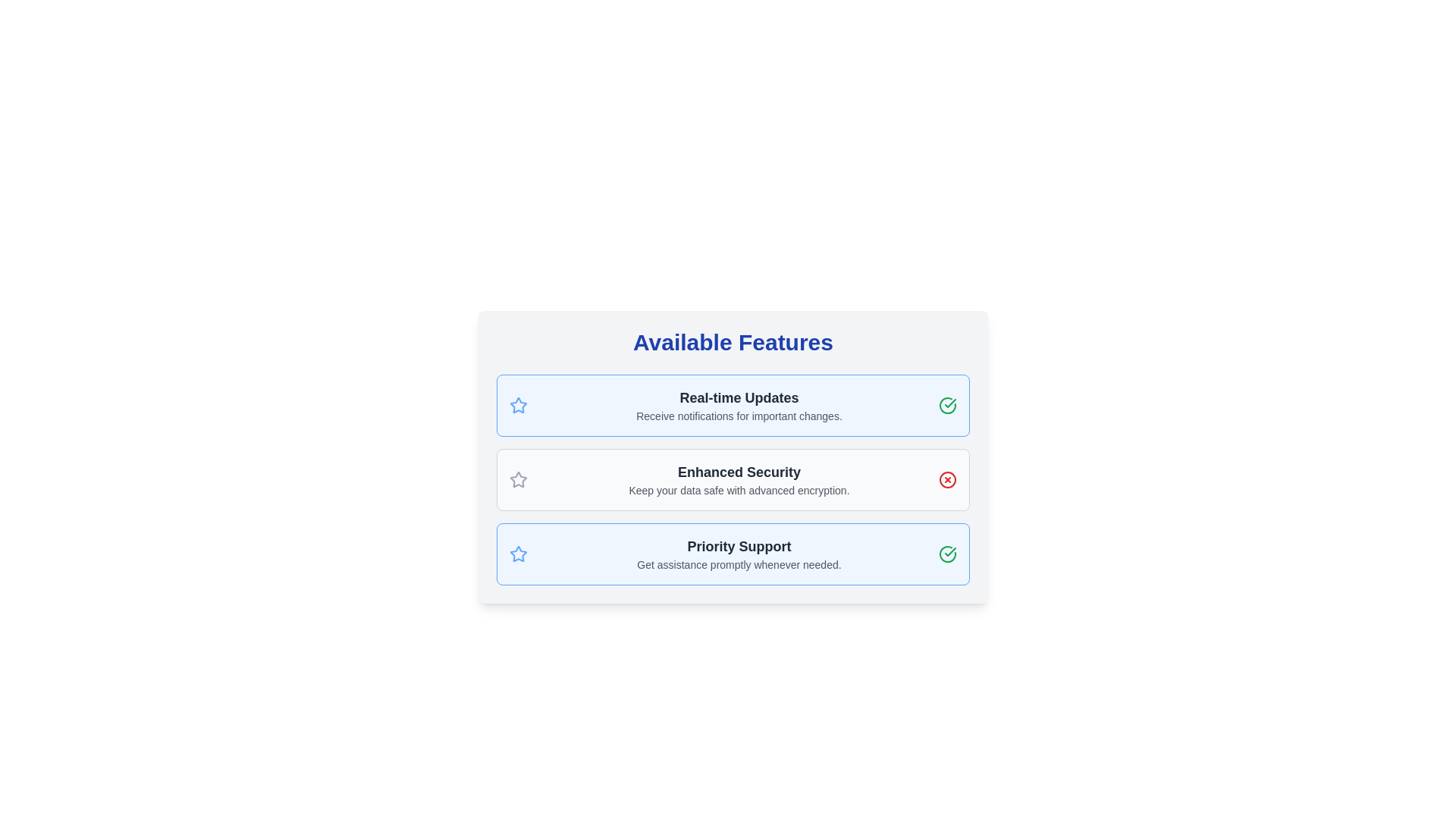 The image size is (1456, 819). What do you see at coordinates (946, 554) in the screenshot?
I see `the lower-right portion of the green checkmark icon associated with the 'Priority Support' feature` at bounding box center [946, 554].